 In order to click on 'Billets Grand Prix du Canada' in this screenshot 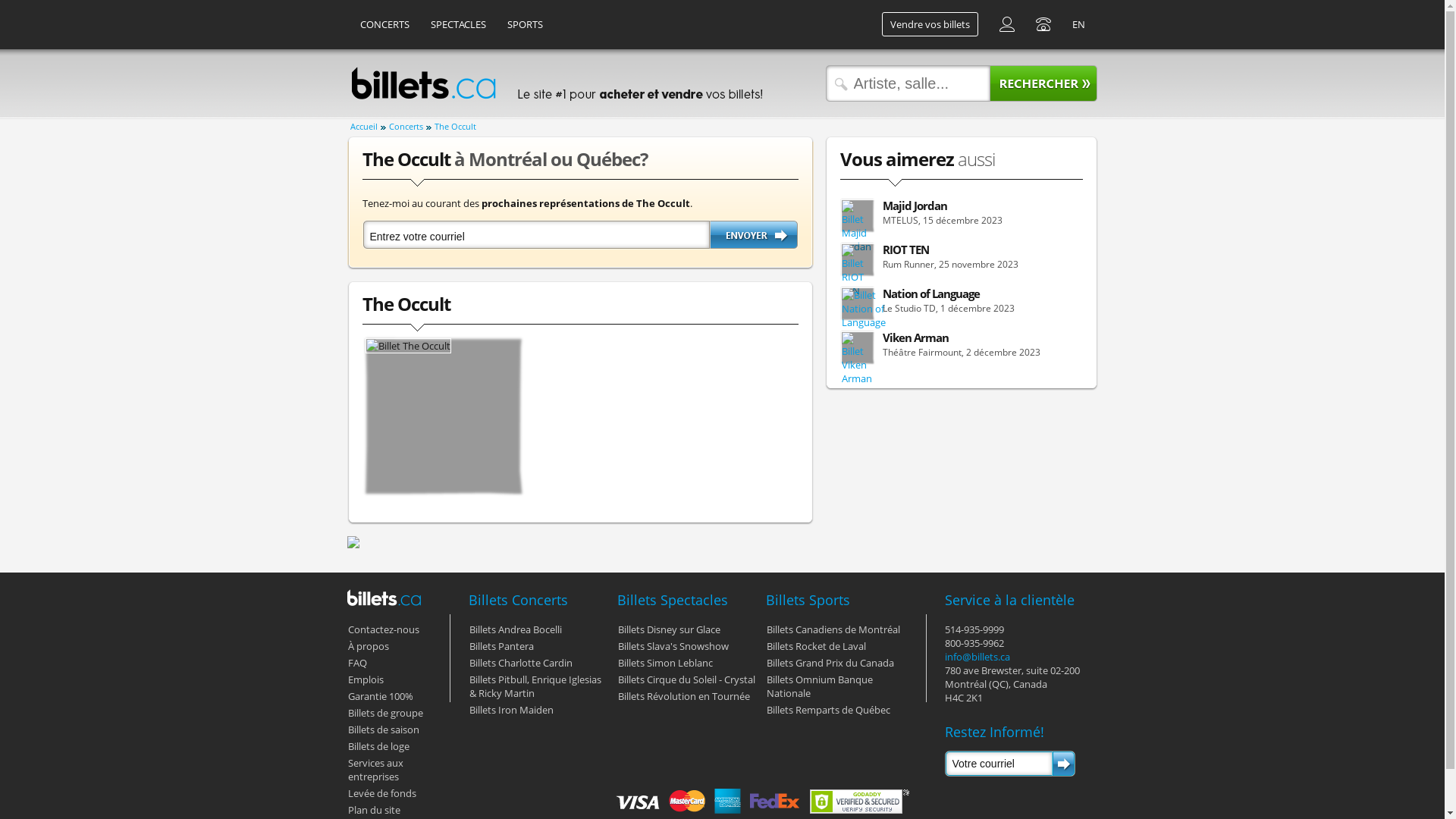, I will do `click(829, 662)`.